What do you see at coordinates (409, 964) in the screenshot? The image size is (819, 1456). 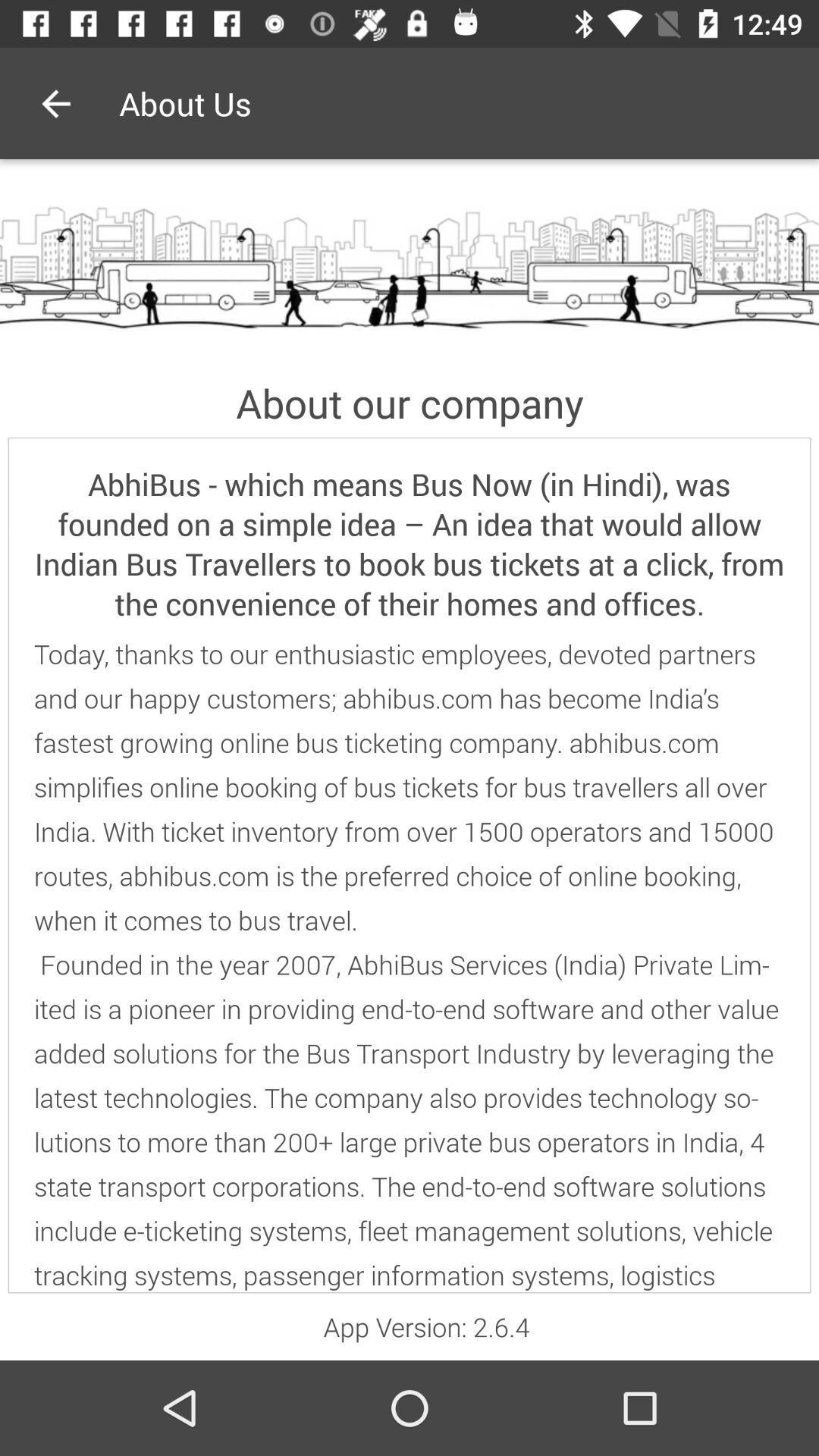 I see `today thanks to icon` at bounding box center [409, 964].